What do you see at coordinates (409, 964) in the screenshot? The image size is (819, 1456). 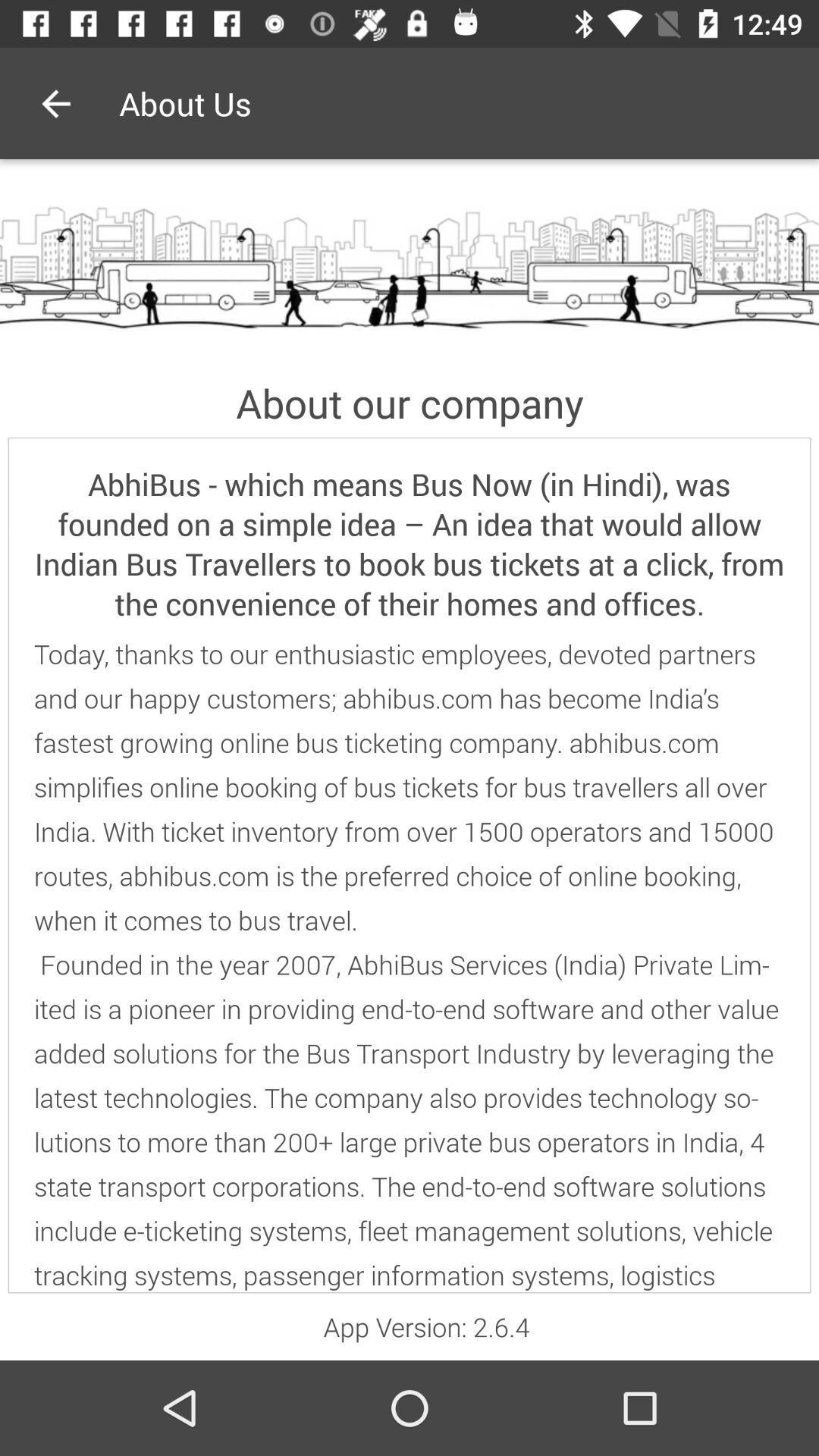 I see `today thanks to icon` at bounding box center [409, 964].